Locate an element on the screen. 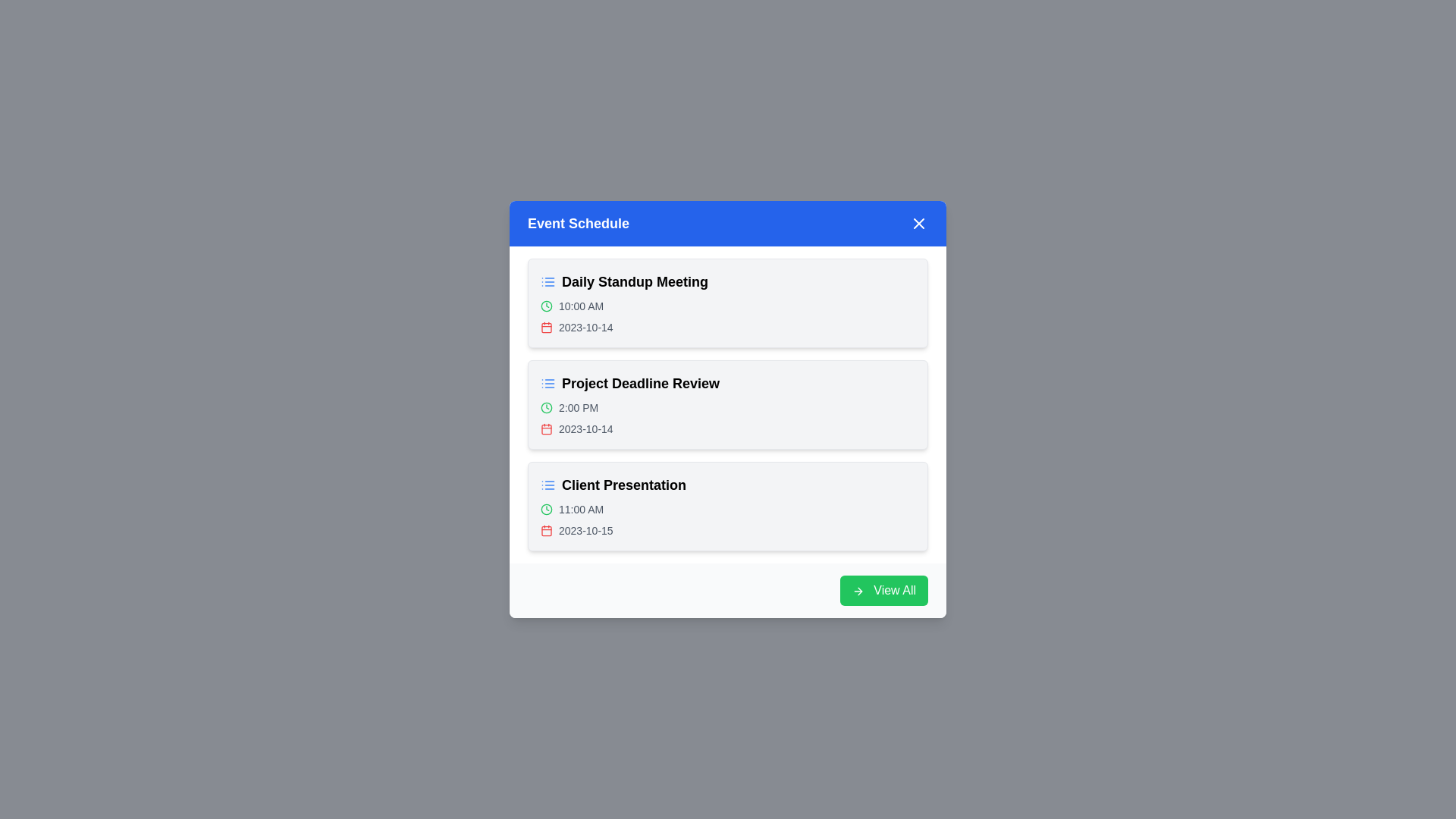 This screenshot has width=1456, height=819. the button located at the bottom-right corner of the 'Event Schedule' card is located at coordinates (728, 590).